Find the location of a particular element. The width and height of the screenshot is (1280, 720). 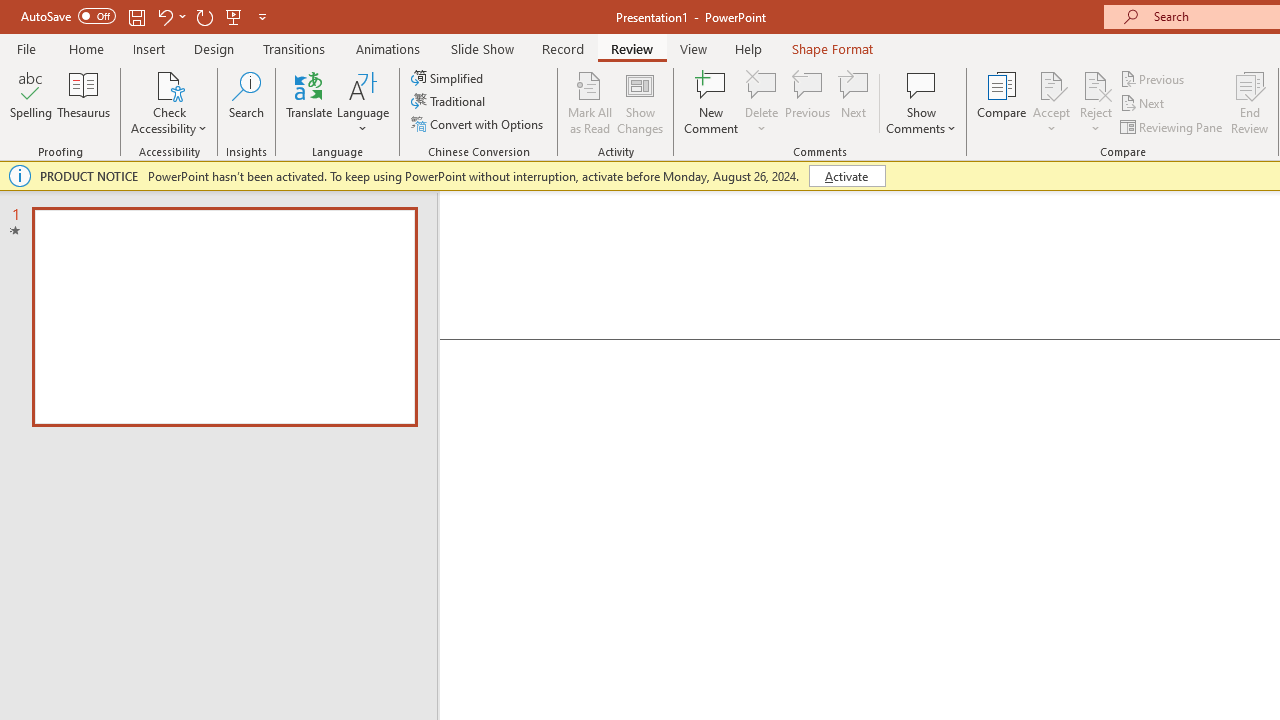

'Show Changes' is located at coordinates (640, 103).